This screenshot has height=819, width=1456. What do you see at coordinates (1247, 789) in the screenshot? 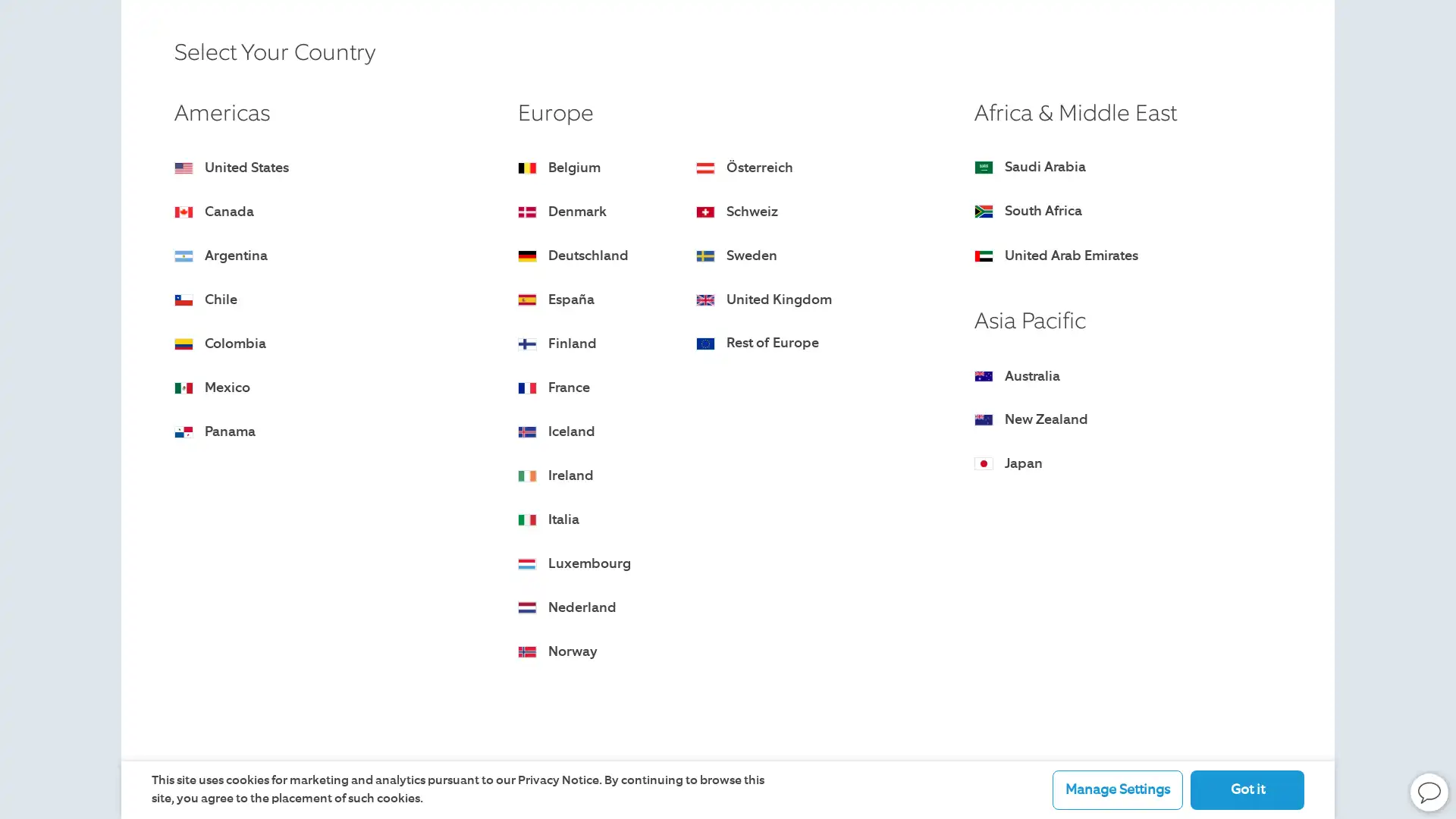
I see `Got it` at bounding box center [1247, 789].